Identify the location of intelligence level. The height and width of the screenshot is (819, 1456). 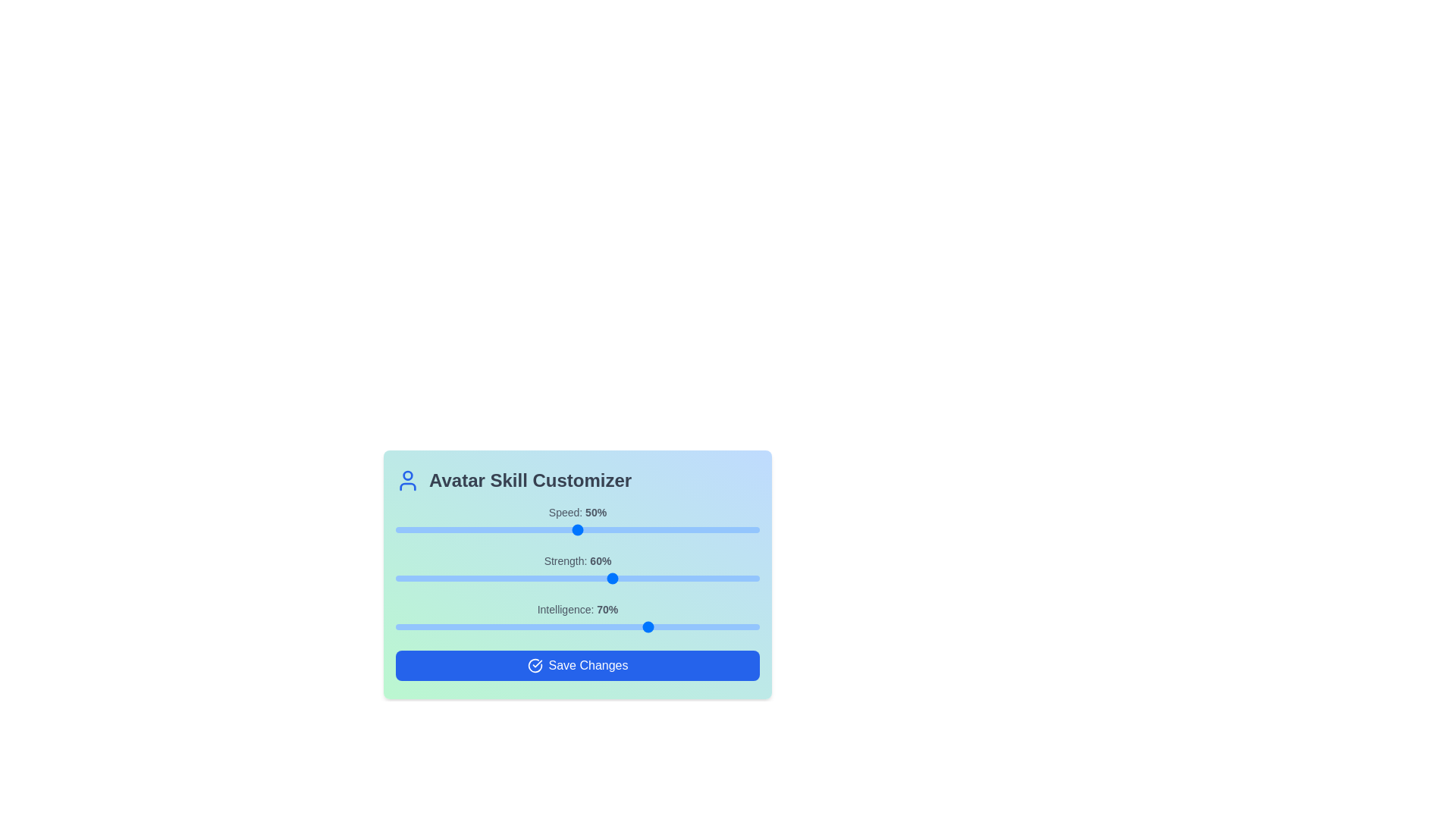
(421, 626).